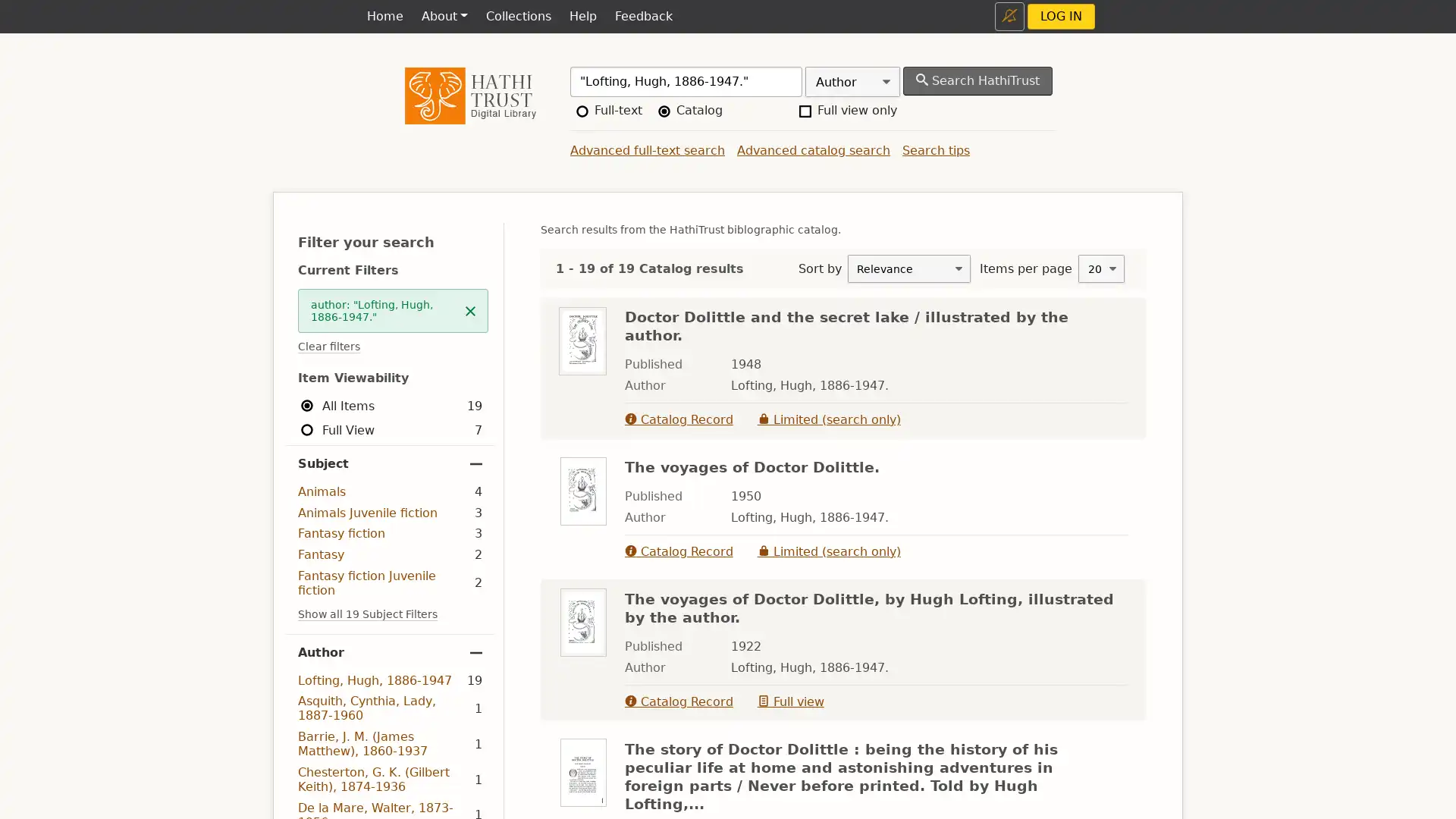  Describe the element at coordinates (390, 651) in the screenshot. I see `Author` at that location.